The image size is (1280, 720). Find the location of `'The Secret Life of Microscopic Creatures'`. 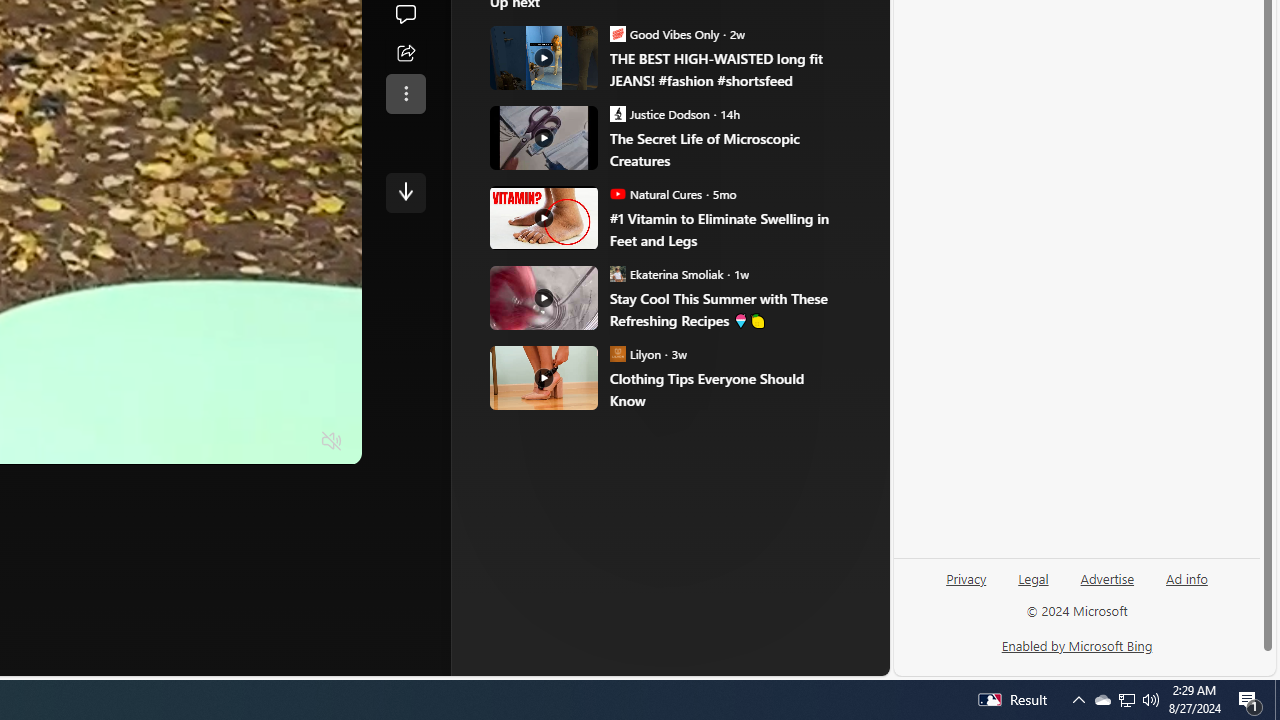

'The Secret Life of Microscopic Creatures' is located at coordinates (725, 149).